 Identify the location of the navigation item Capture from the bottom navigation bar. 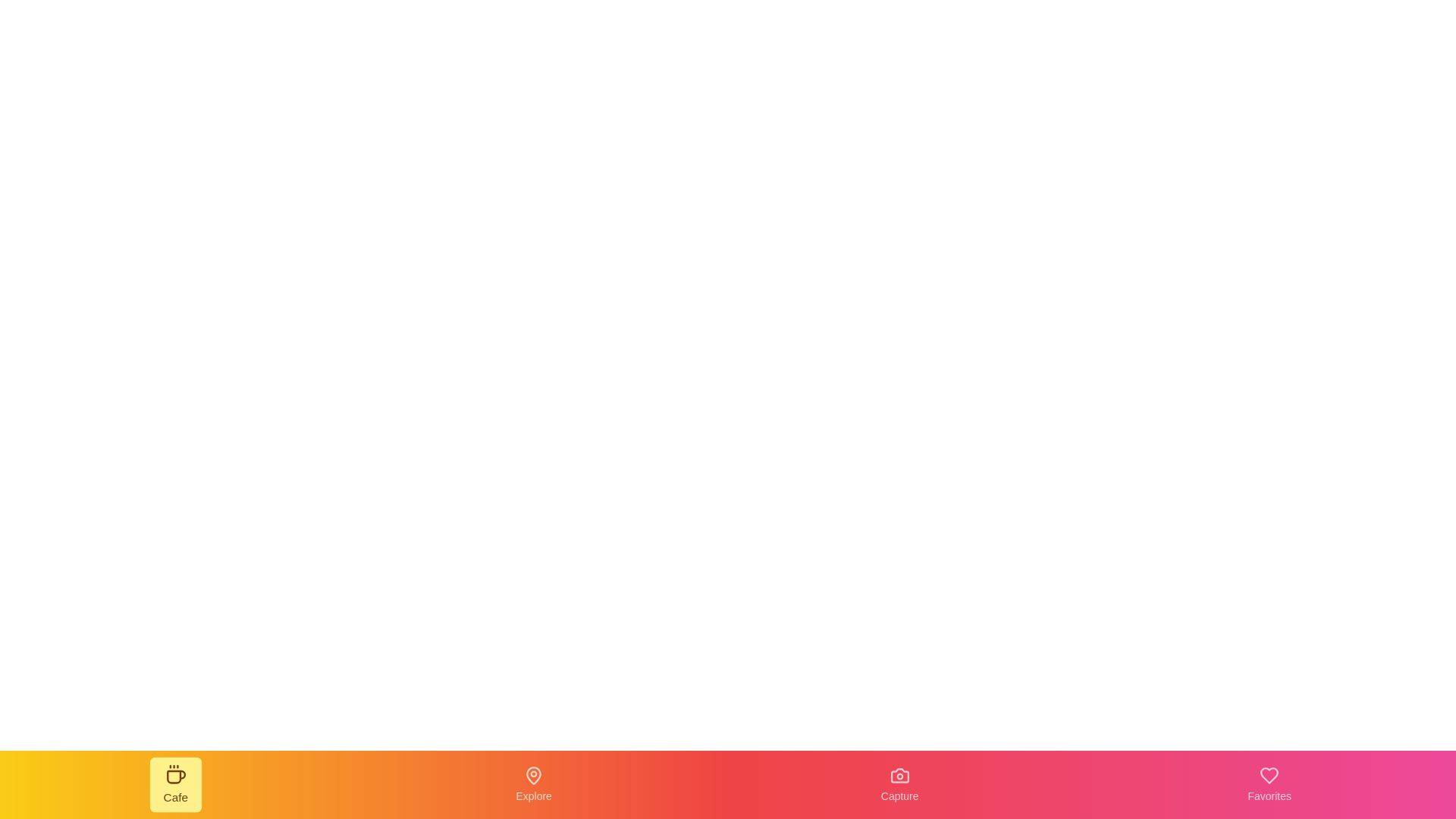
(899, 784).